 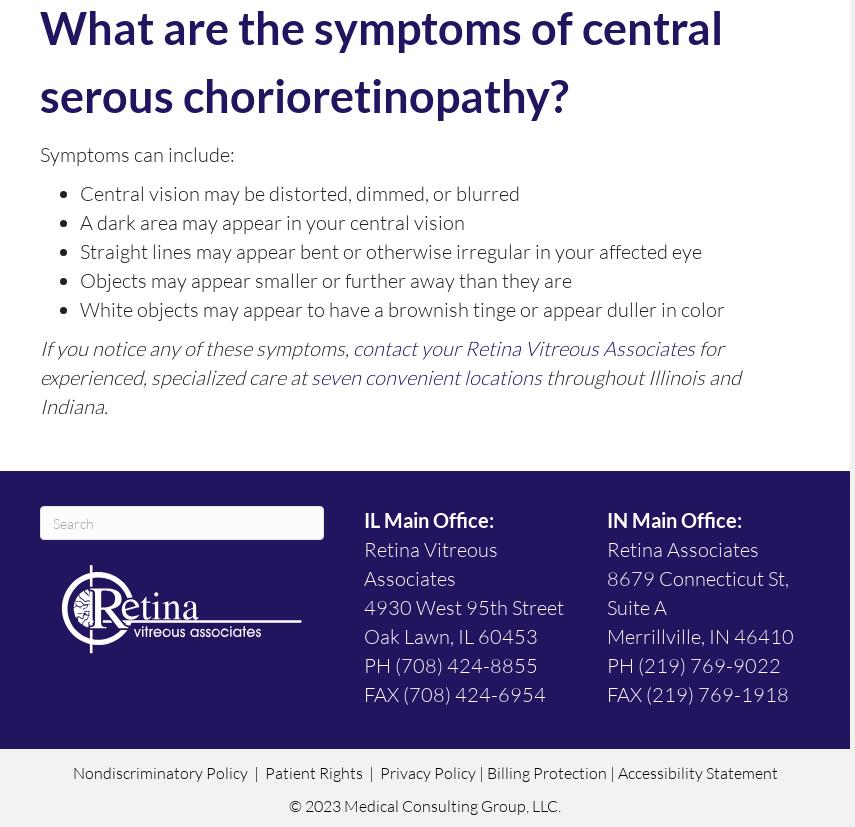 What do you see at coordinates (362, 563) in the screenshot?
I see `'Retina Vitreous Associates'` at bounding box center [362, 563].